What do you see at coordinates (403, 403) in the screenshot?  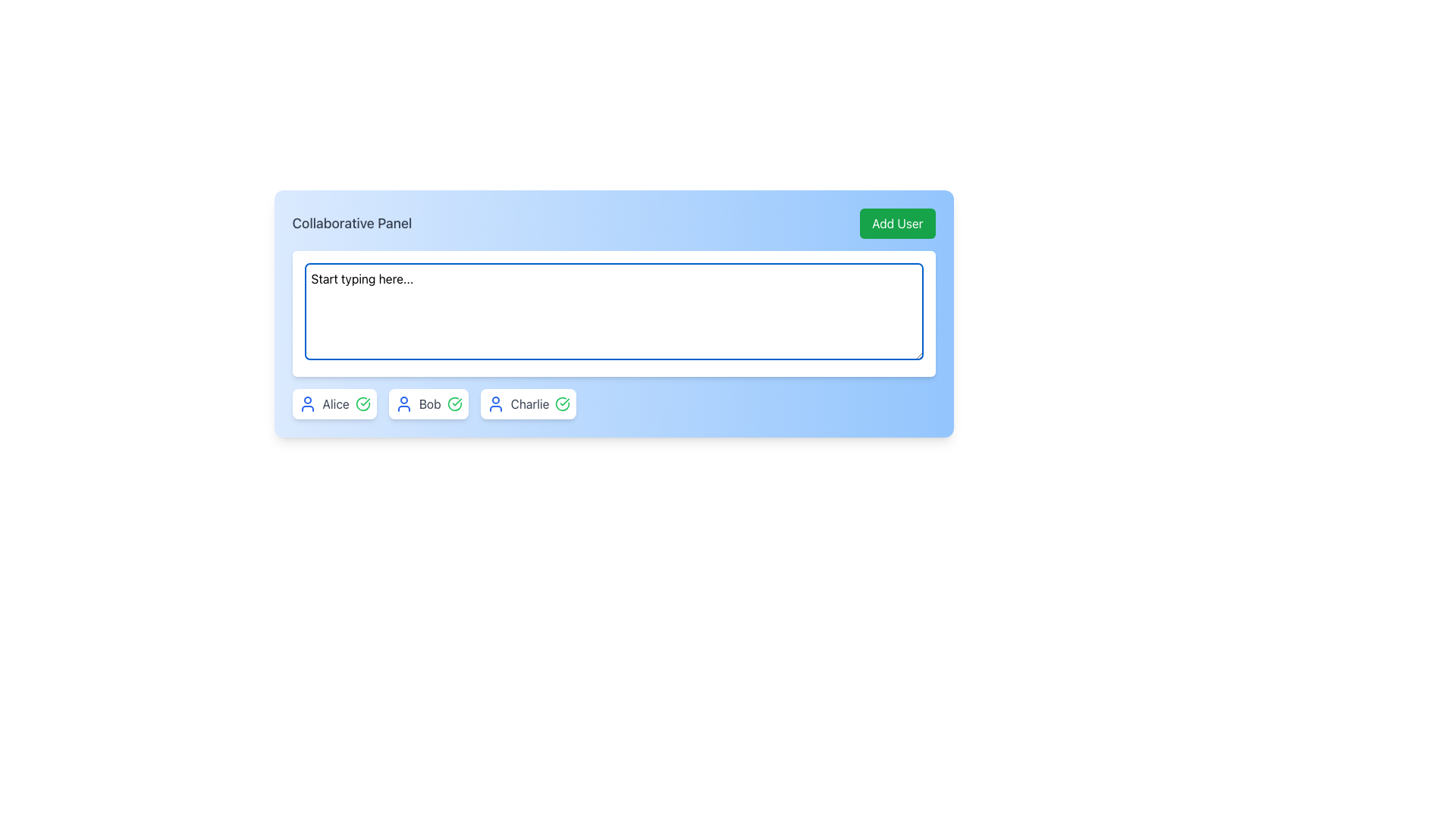 I see `the user icon represented by a blue outline of a circular head and shoulders figure located within a white background, positioned to the left of the text 'Bob'` at bounding box center [403, 403].